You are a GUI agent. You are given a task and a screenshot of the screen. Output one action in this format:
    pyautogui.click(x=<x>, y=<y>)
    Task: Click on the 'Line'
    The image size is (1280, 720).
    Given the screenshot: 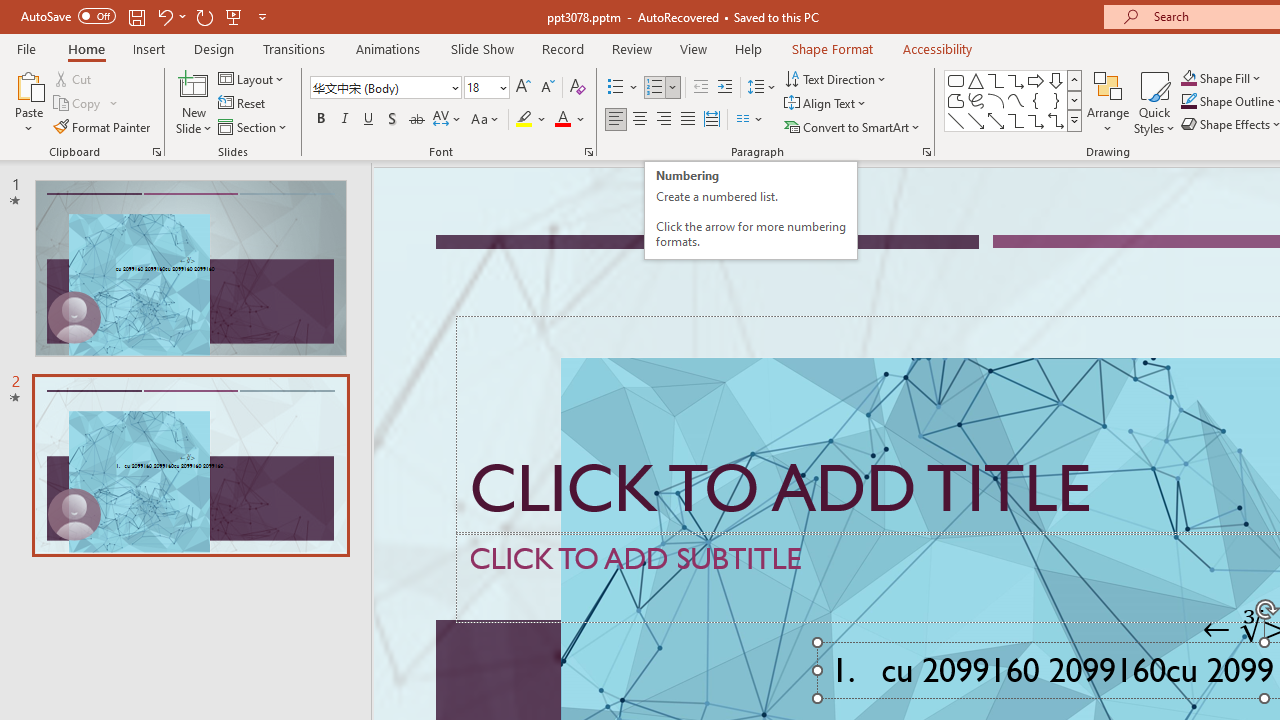 What is the action you would take?
    pyautogui.click(x=955, y=120)
    